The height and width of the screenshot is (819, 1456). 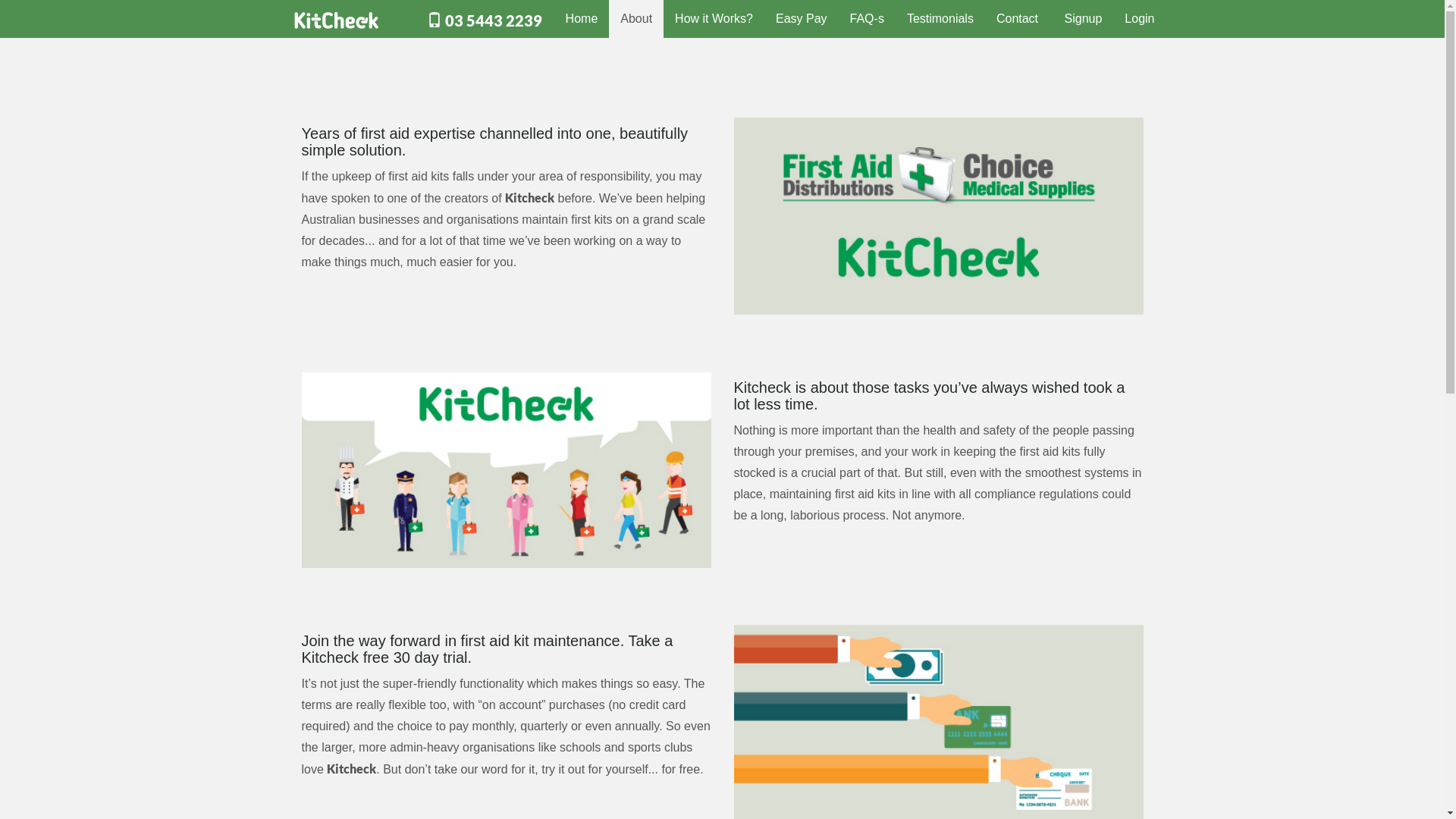 I want to click on 'How it Works?', so click(x=713, y=18).